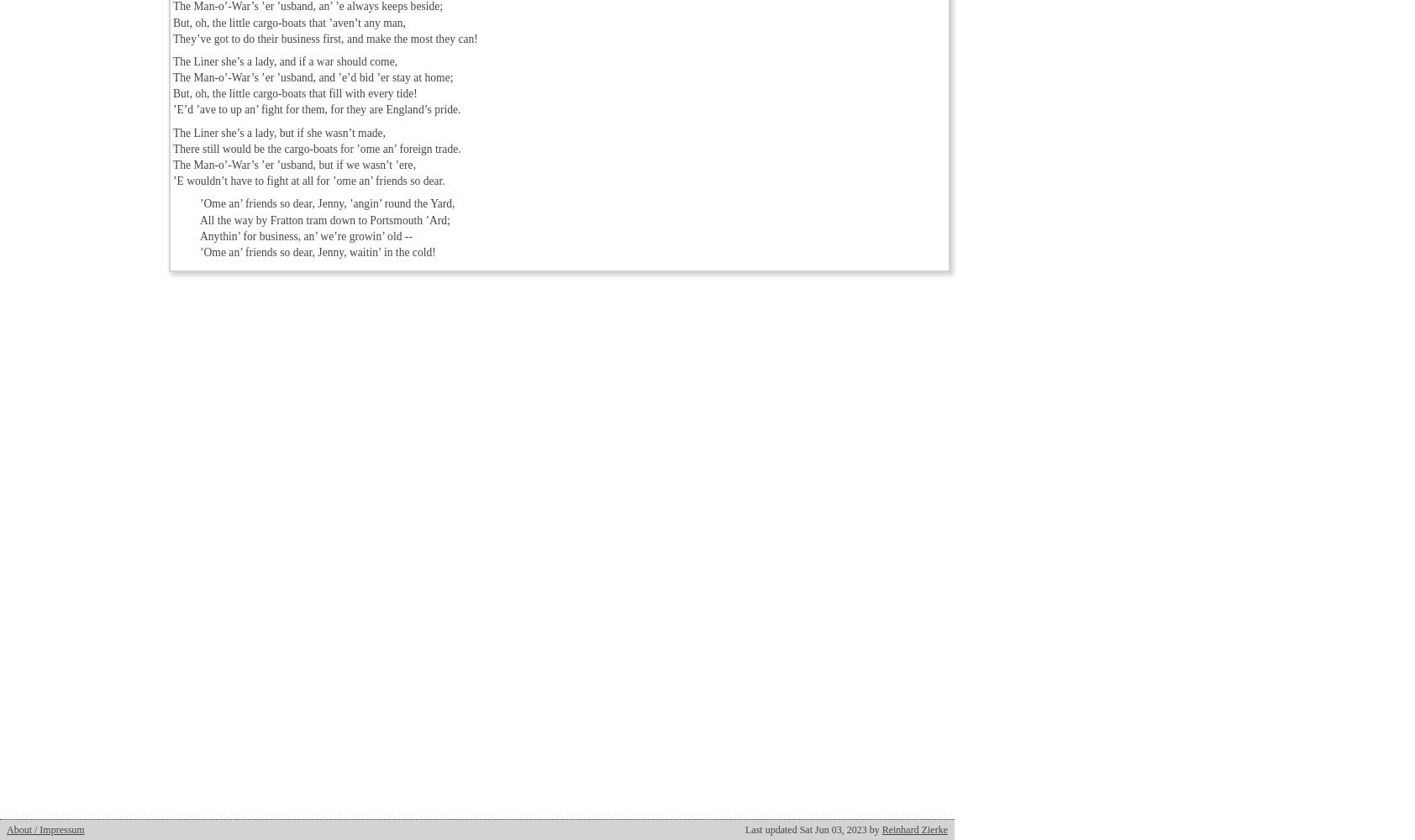  I want to click on 'There still would be the cargo-boats for ’ome an’ foreign trade.', so click(317, 148).